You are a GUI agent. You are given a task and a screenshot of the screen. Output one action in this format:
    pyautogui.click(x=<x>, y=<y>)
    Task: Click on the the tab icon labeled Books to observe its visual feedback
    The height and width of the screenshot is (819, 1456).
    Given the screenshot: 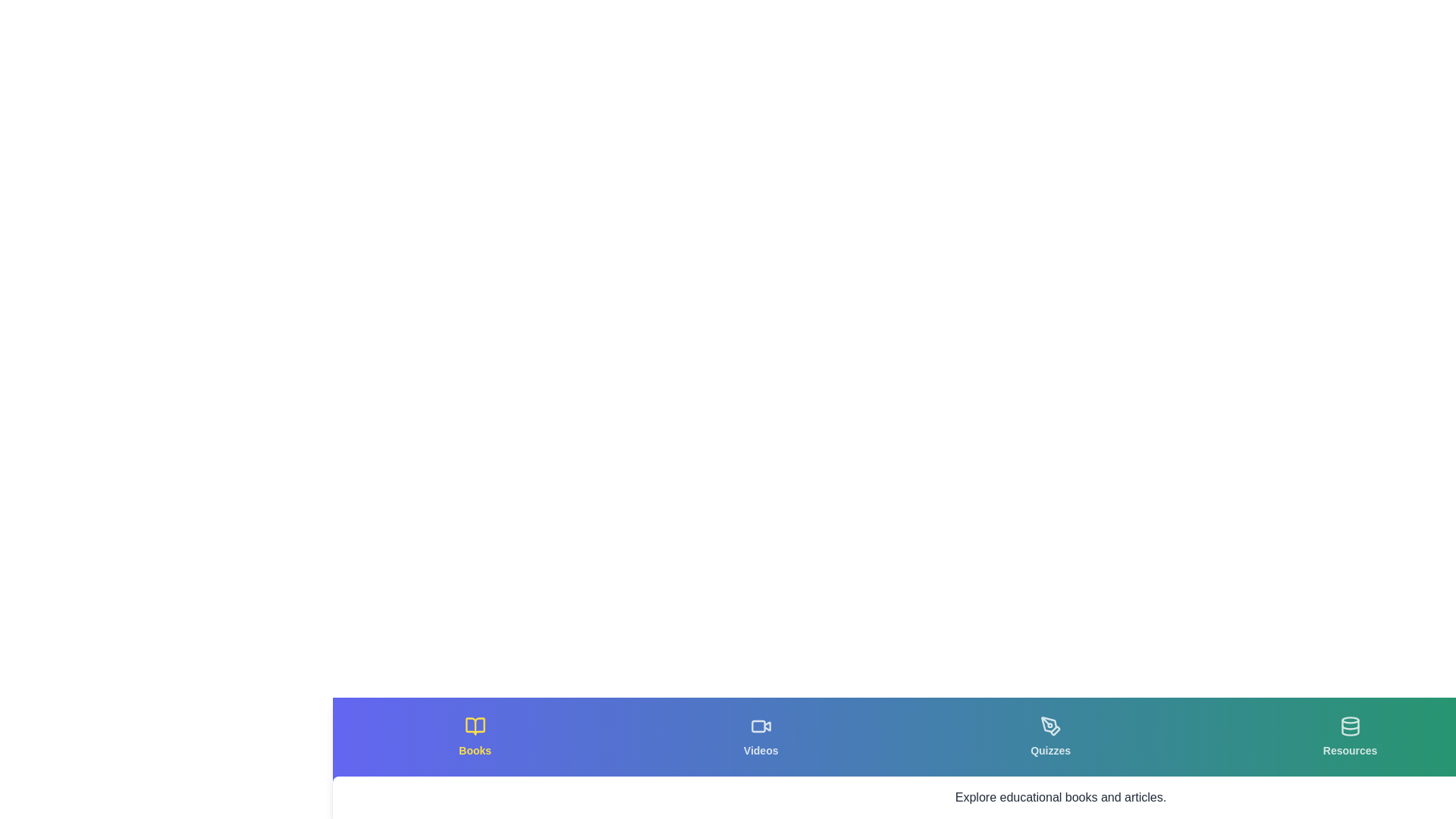 What is the action you would take?
    pyautogui.click(x=474, y=736)
    